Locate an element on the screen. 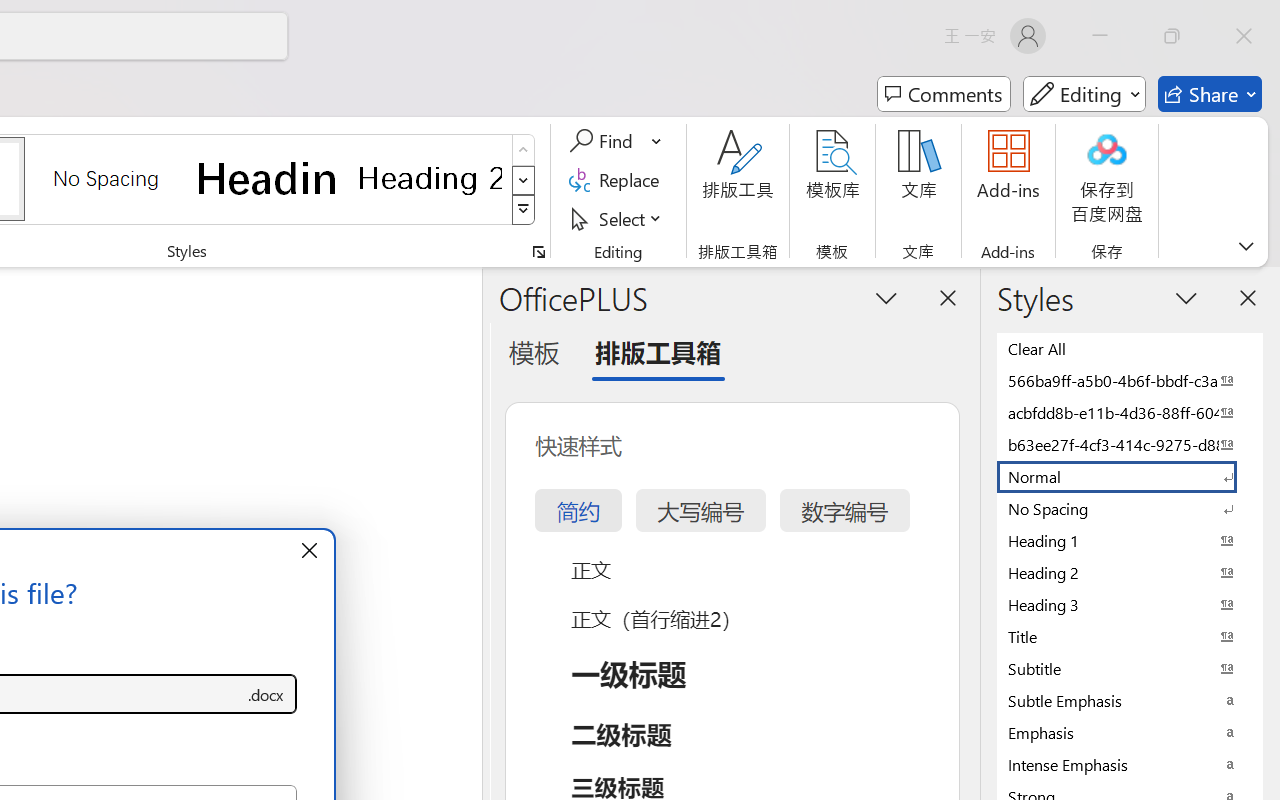 This screenshot has height=800, width=1280. 'Replace...' is located at coordinates (616, 179).